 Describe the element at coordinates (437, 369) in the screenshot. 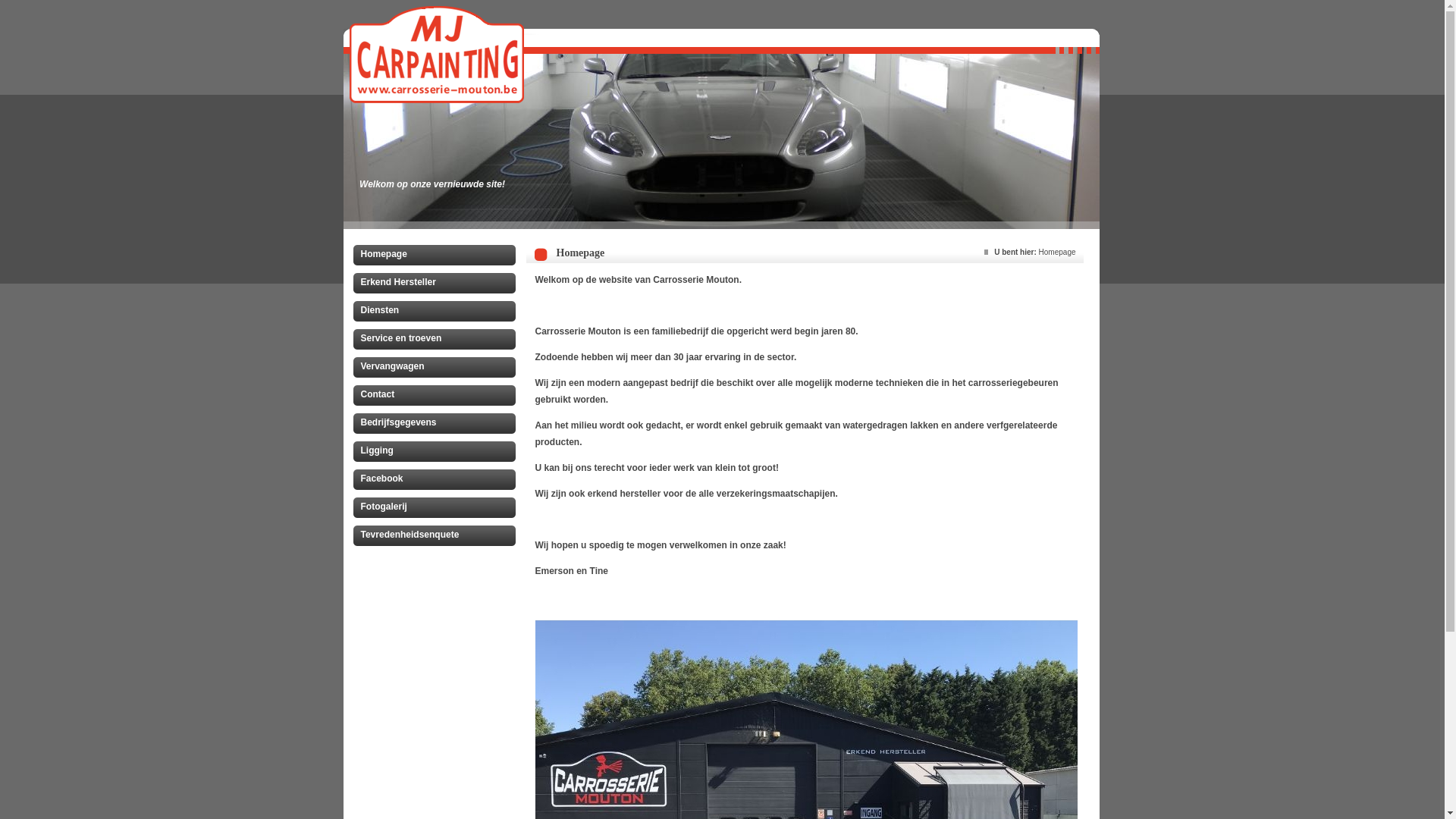

I see `'Vervangwagen'` at that location.